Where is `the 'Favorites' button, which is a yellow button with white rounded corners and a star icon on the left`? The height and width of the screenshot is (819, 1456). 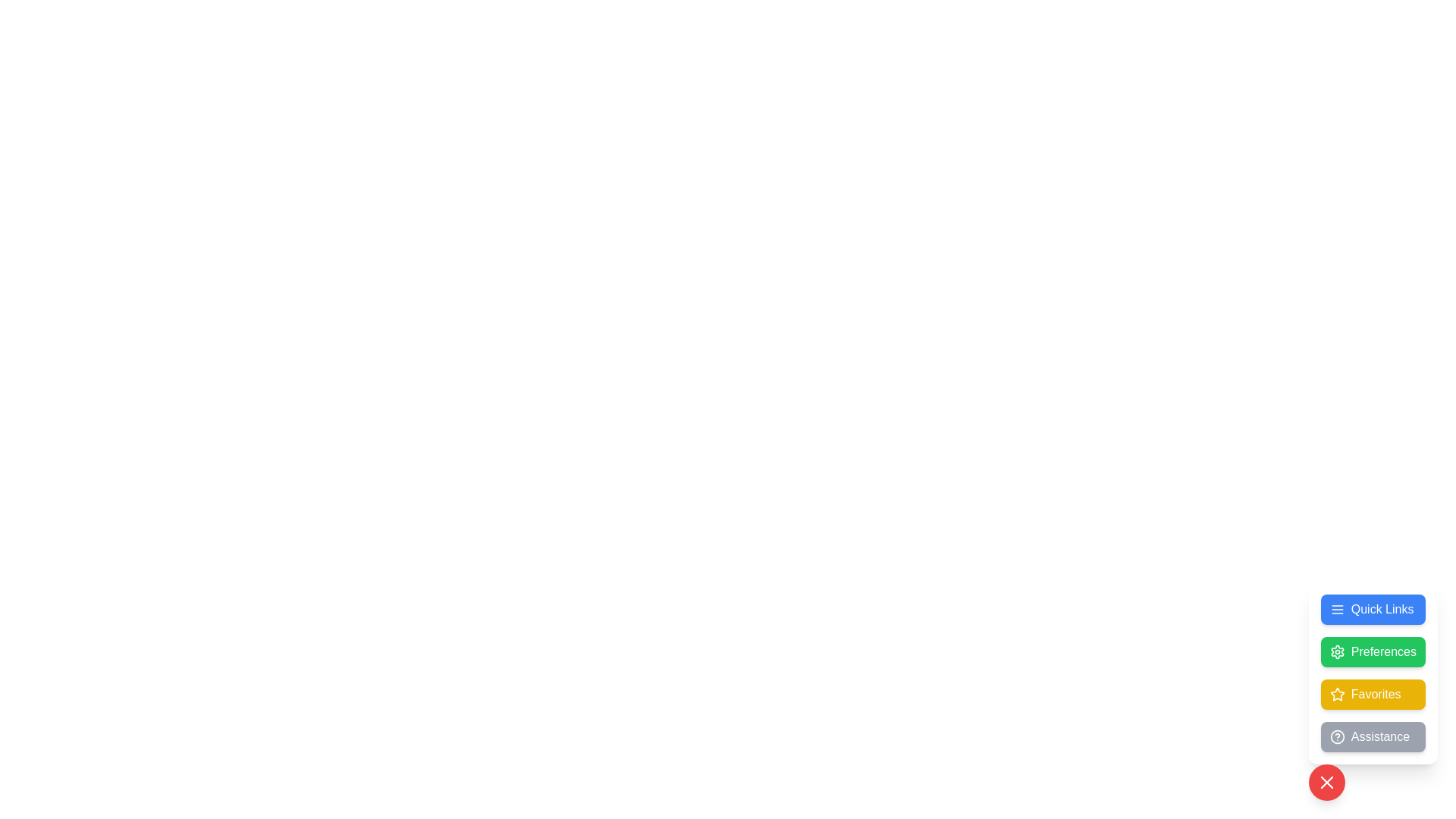 the 'Favorites' button, which is a yellow button with white rounded corners and a star icon on the left is located at coordinates (1372, 694).